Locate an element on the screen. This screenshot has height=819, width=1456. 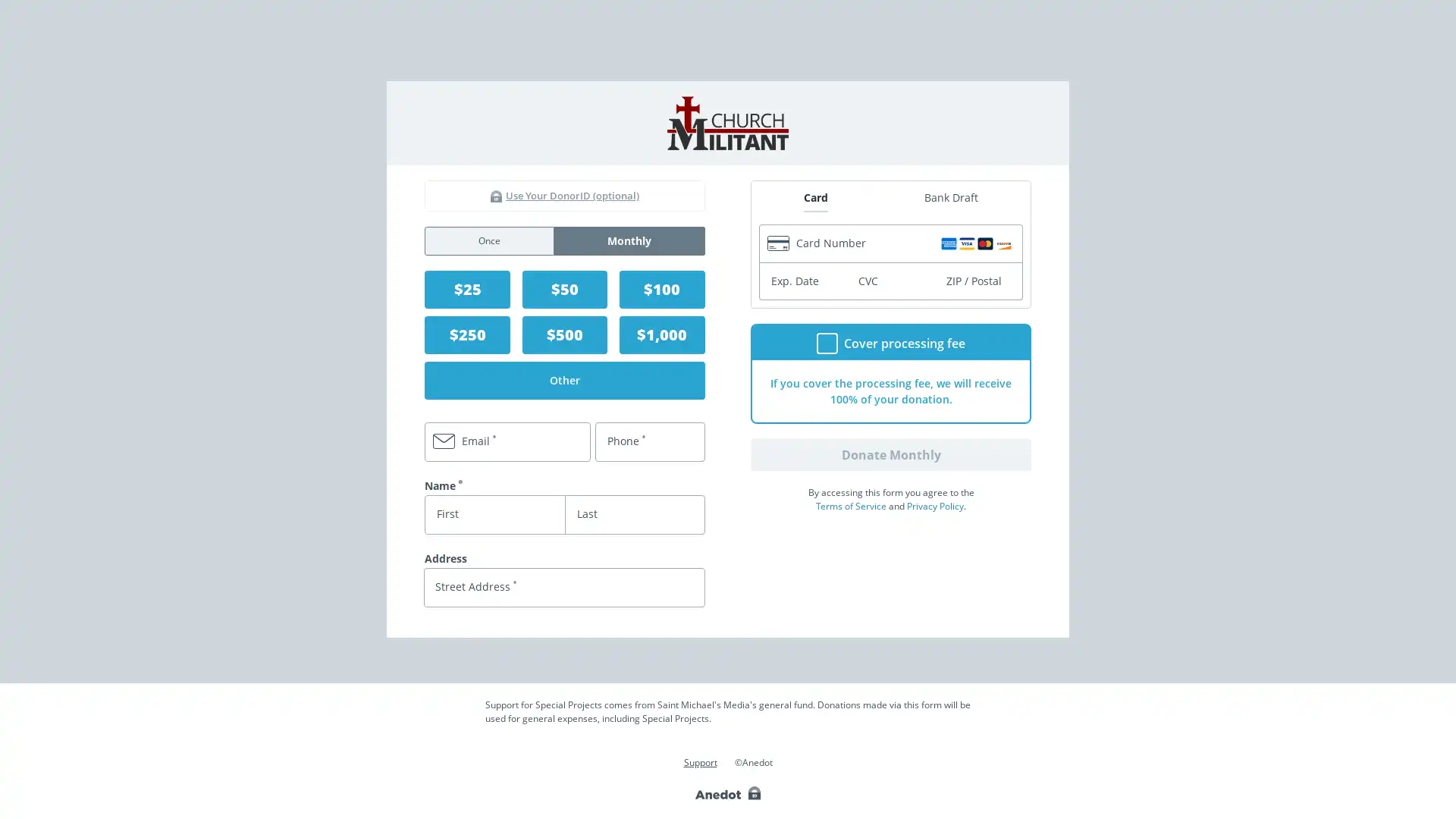
Donate monthly is located at coordinates (891, 453).